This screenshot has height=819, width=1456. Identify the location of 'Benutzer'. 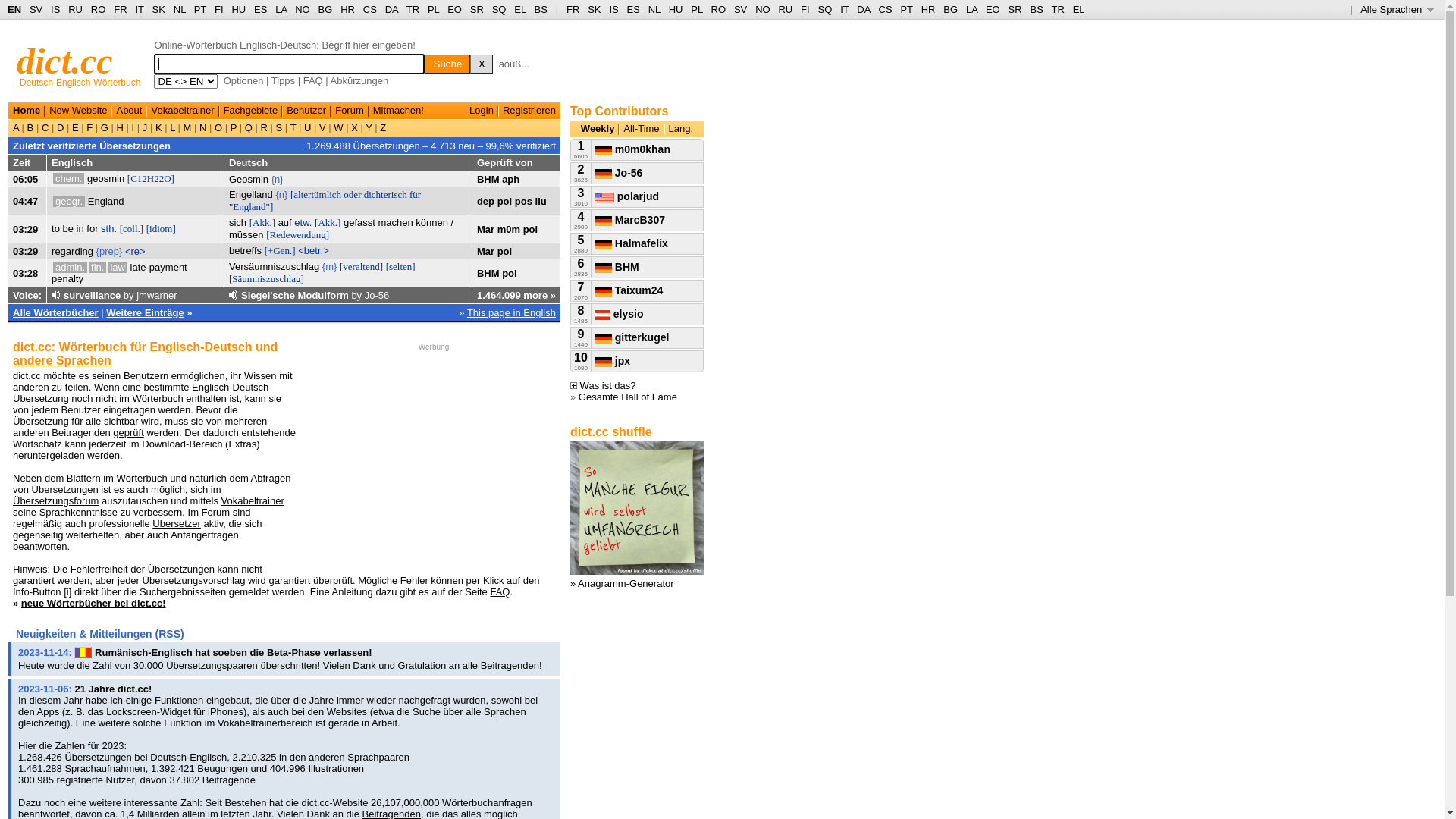
(305, 109).